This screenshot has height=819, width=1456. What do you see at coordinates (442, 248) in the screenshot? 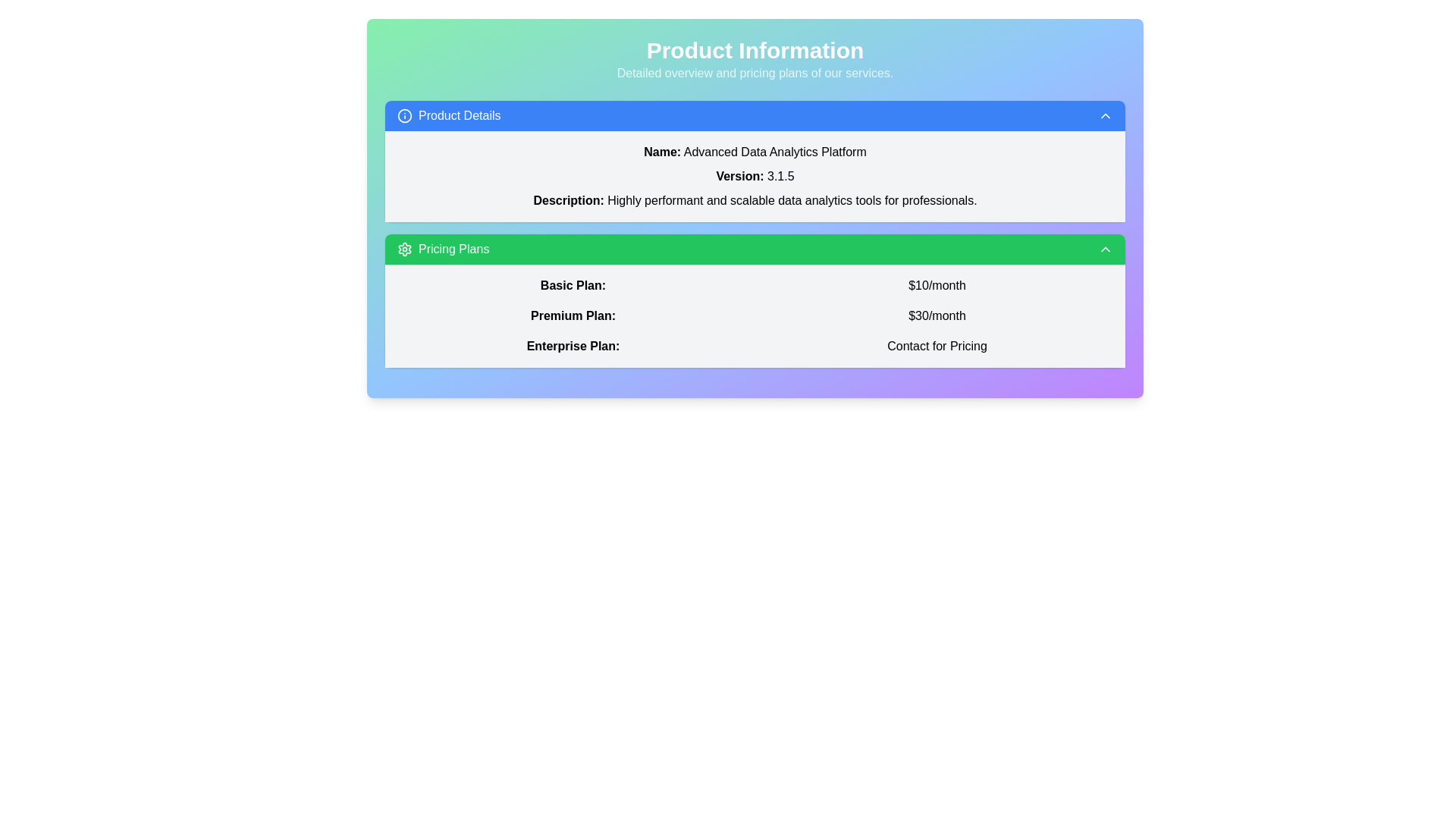
I see `the 'Pricing Plans' label with a gear icon, which is styled in a bold white font against a green background, located in the lower left area of the interface` at bounding box center [442, 248].